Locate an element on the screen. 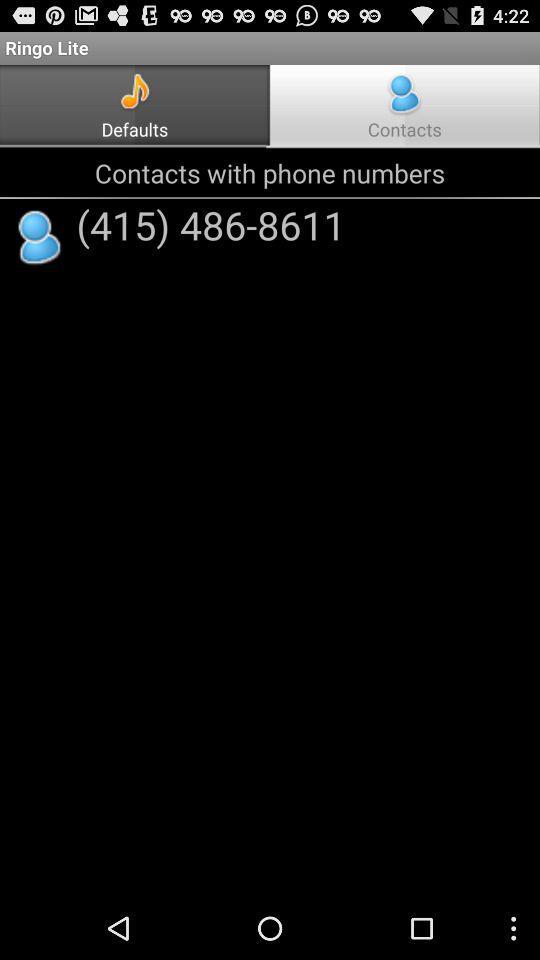 This screenshot has height=960, width=540. the icon next to (415) 486-8611 item is located at coordinates (40, 238).